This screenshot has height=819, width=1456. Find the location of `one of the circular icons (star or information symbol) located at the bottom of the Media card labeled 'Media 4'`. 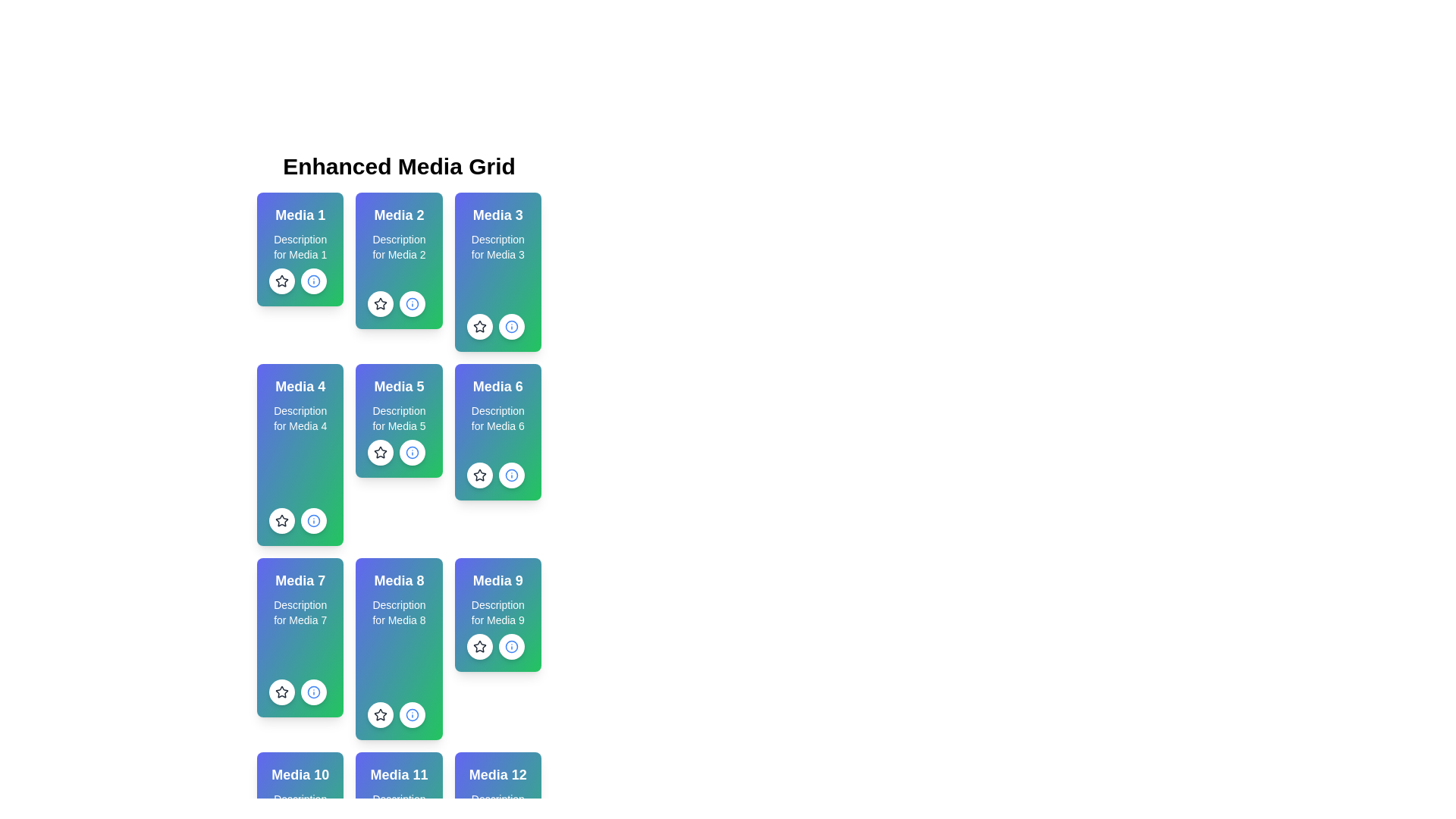

one of the circular icons (star or information symbol) located at the bottom of the Media card labeled 'Media 4' is located at coordinates (300, 454).